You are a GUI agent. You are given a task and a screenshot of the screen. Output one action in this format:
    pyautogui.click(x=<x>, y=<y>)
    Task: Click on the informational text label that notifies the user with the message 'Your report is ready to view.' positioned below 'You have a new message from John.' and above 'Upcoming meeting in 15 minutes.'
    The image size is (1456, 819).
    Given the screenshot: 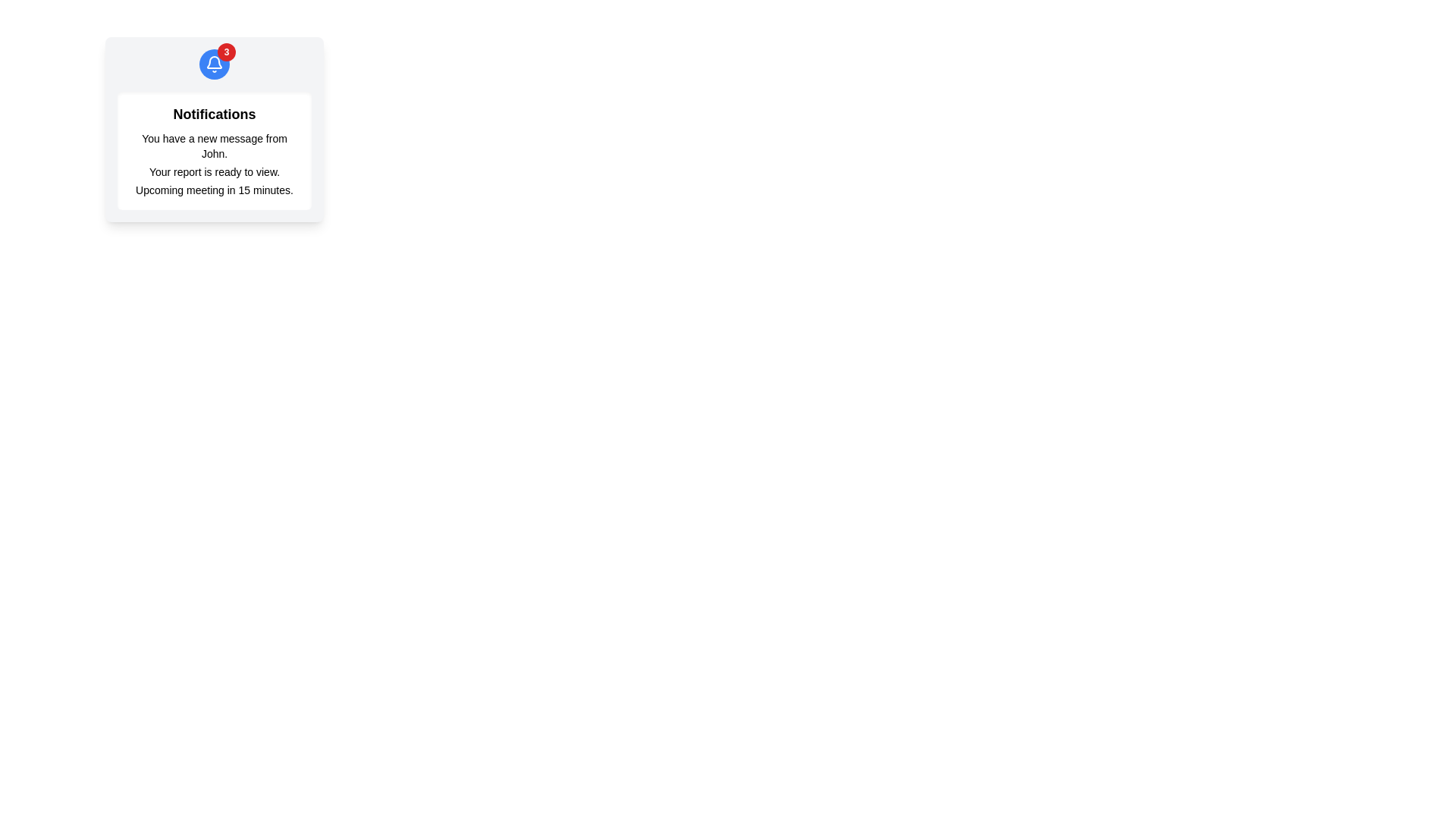 What is the action you would take?
    pyautogui.click(x=214, y=171)
    